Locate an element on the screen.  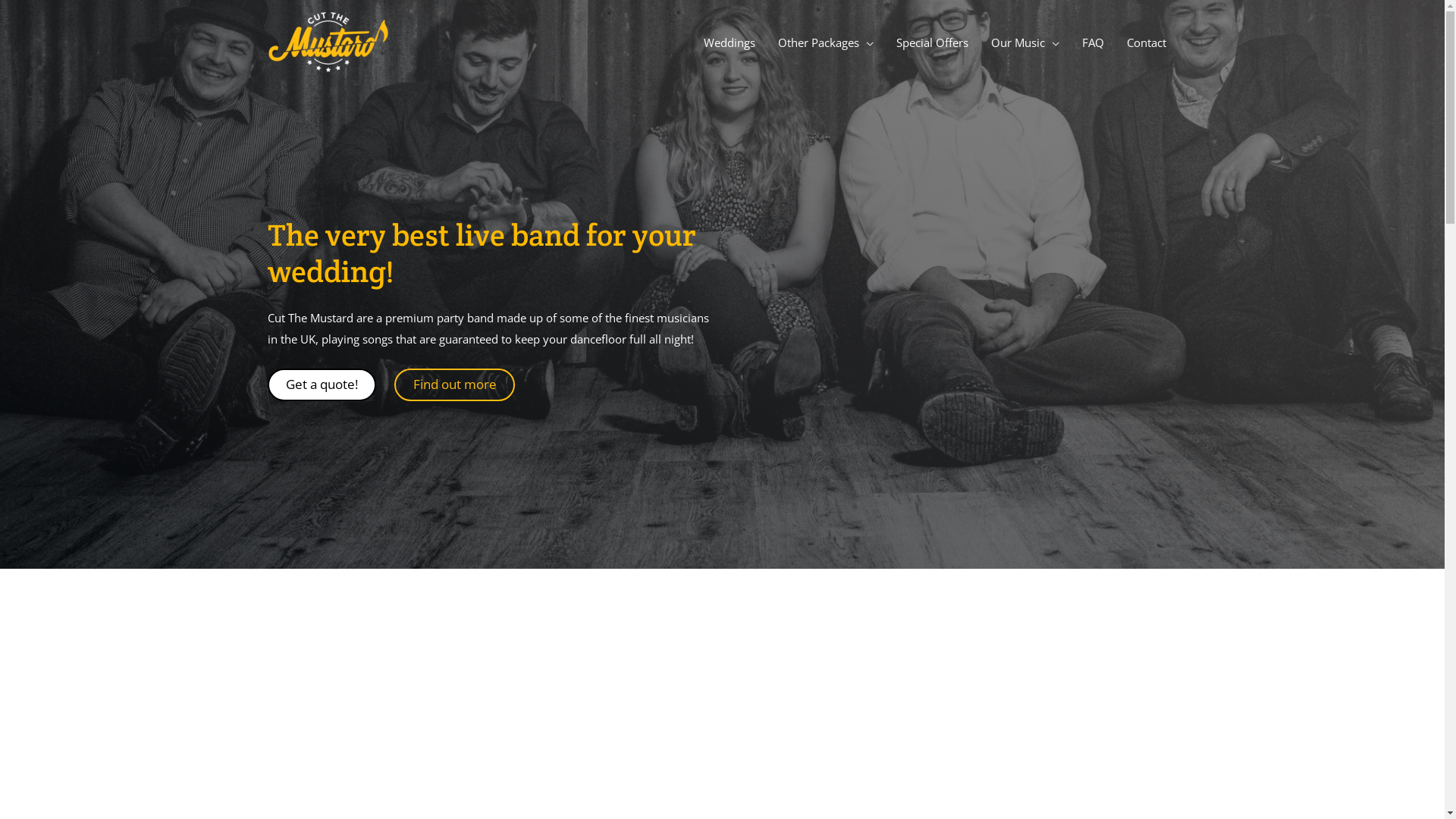
'Other Packages' is located at coordinates (765, 40).